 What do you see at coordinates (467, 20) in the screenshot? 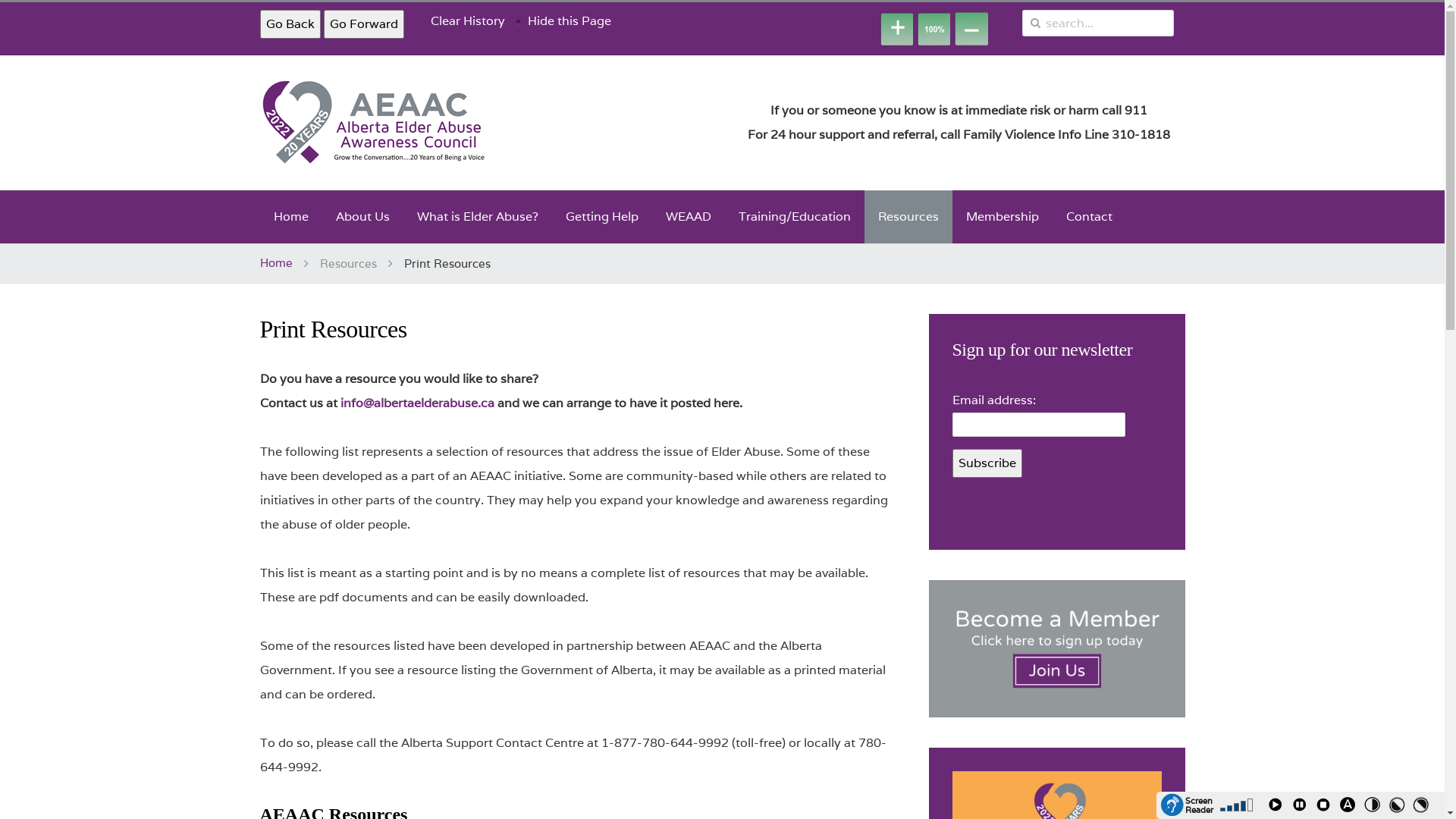
I see `'Clear History'` at bounding box center [467, 20].